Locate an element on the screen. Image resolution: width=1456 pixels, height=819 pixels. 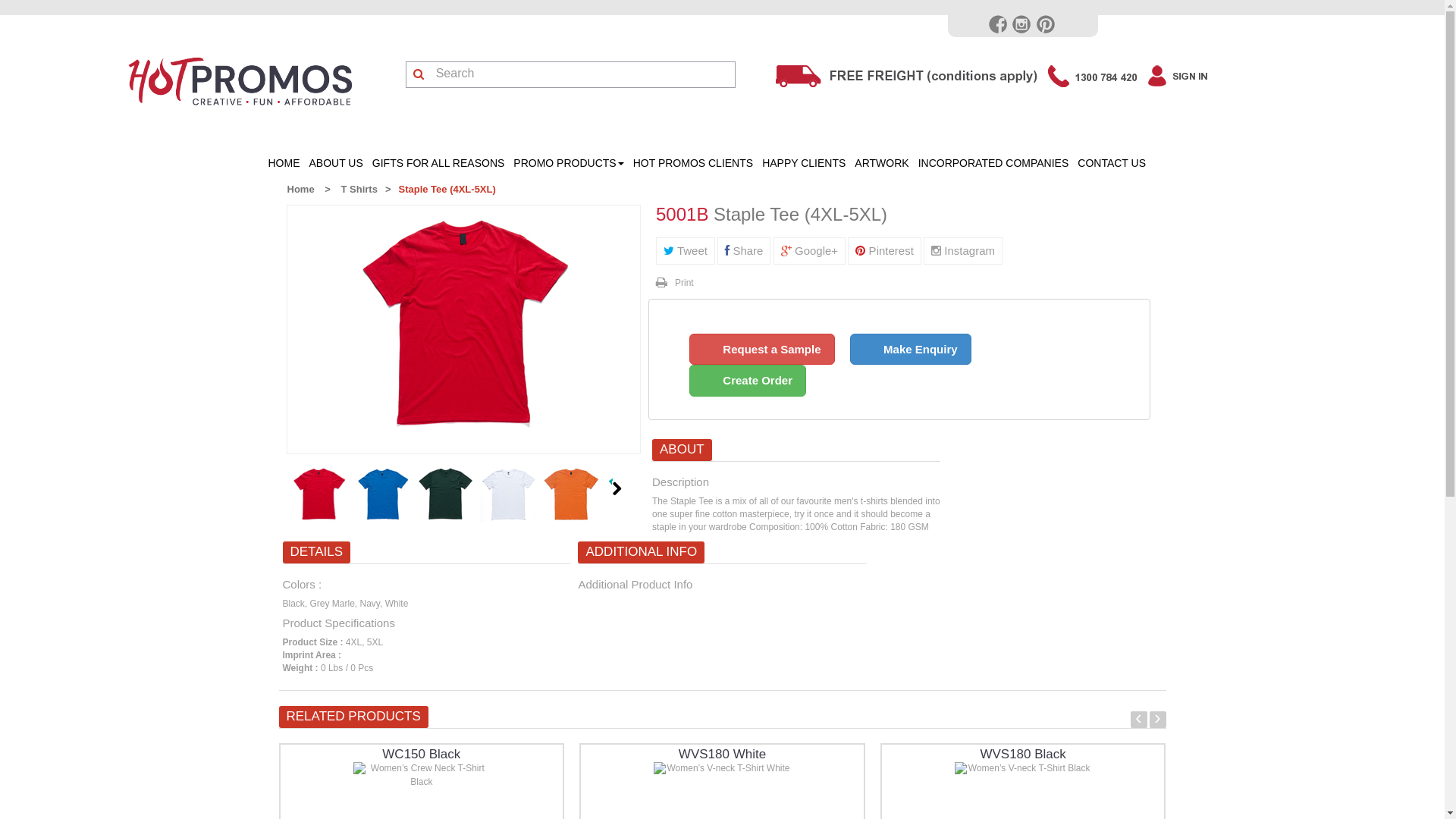
'Tweet' is located at coordinates (655, 249).